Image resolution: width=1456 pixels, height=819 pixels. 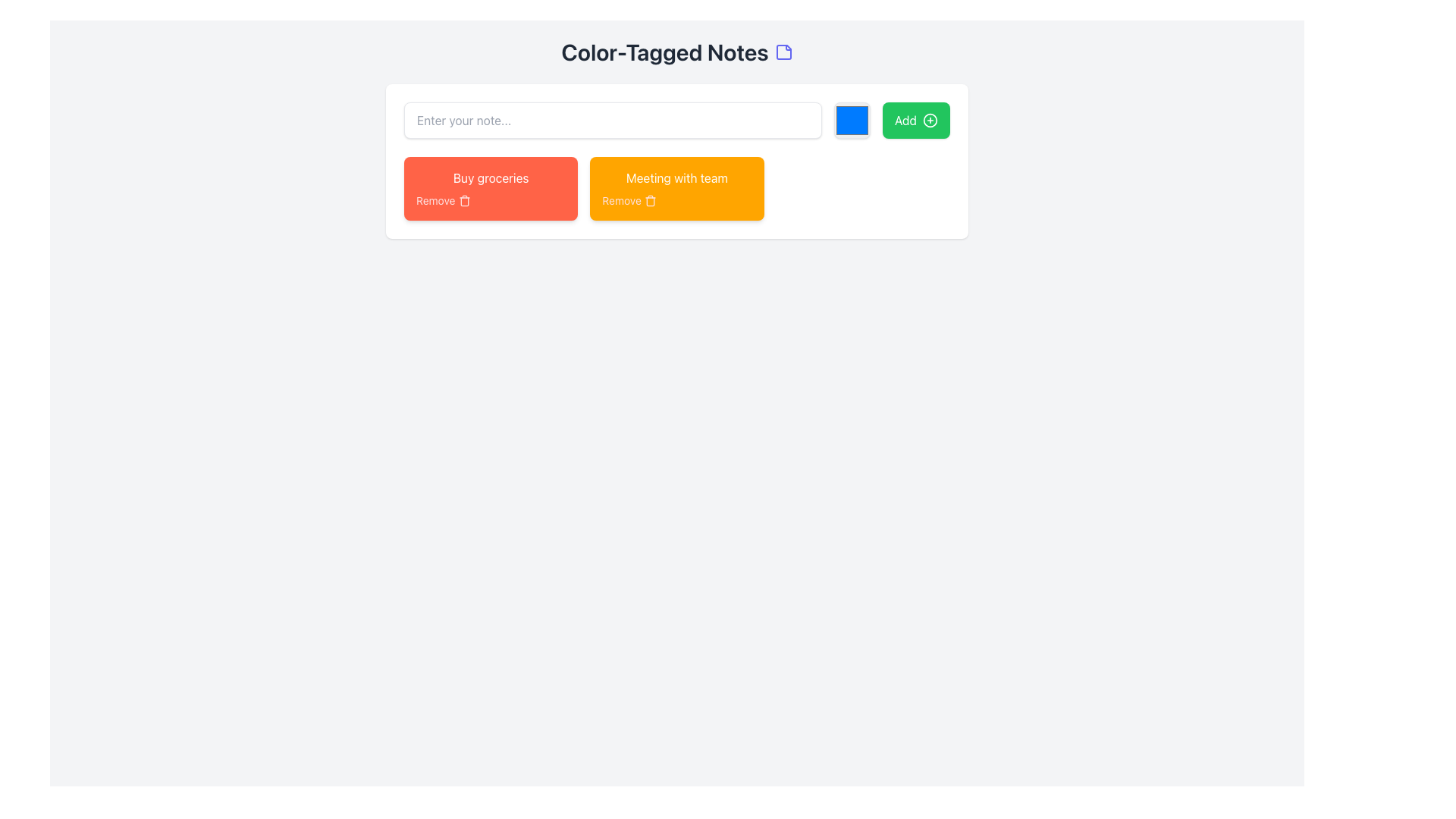 I want to click on the 24x24 pixel trash bin icon located to the right of the 'Remove' text in the button group of the 'Meeting with team' card, so click(x=650, y=200).